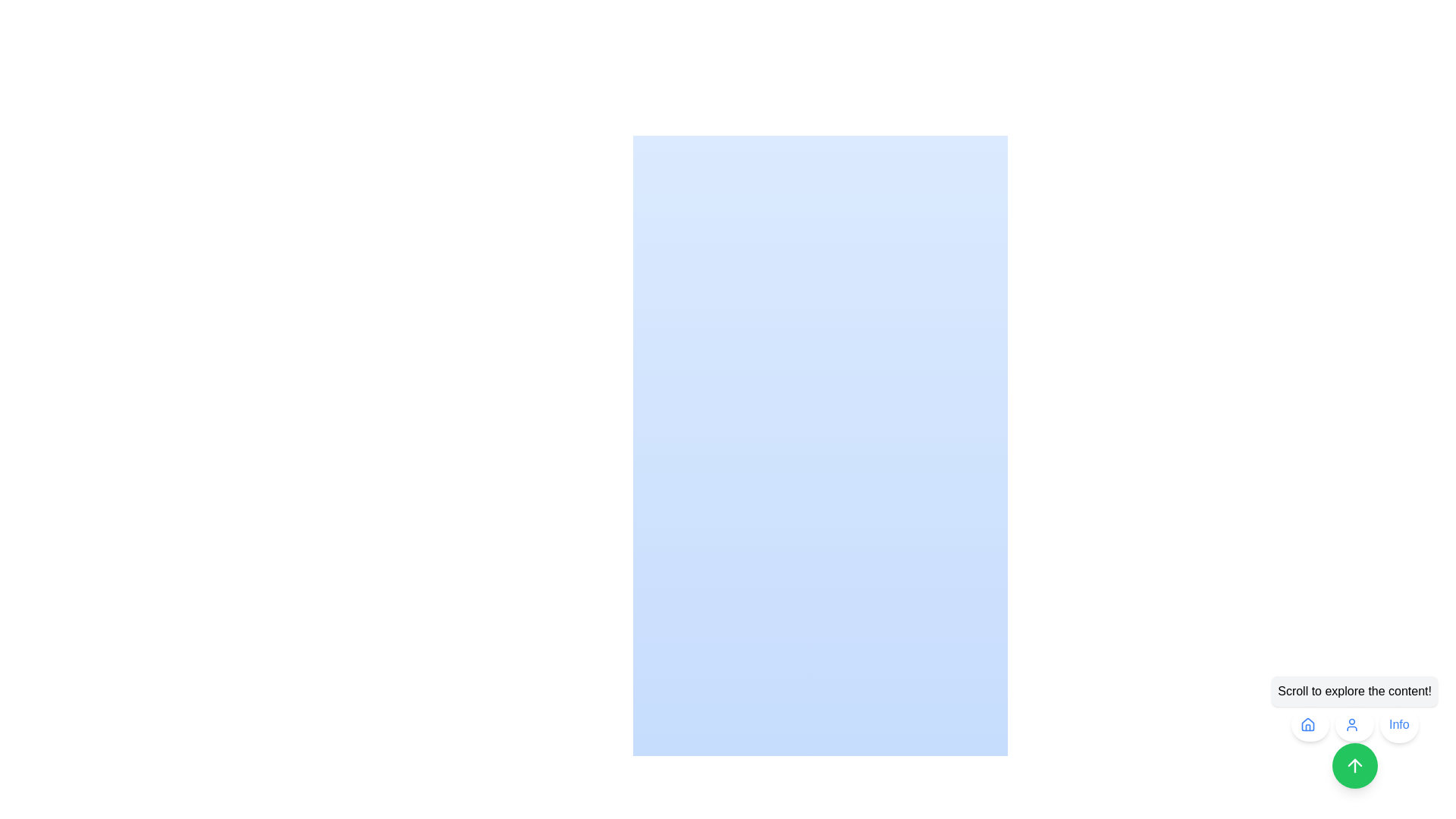 The height and width of the screenshot is (819, 1456). Describe the element at coordinates (1354, 766) in the screenshot. I see `the circular green button with a white upwards-pointing arrow icon to scroll upwards` at that location.